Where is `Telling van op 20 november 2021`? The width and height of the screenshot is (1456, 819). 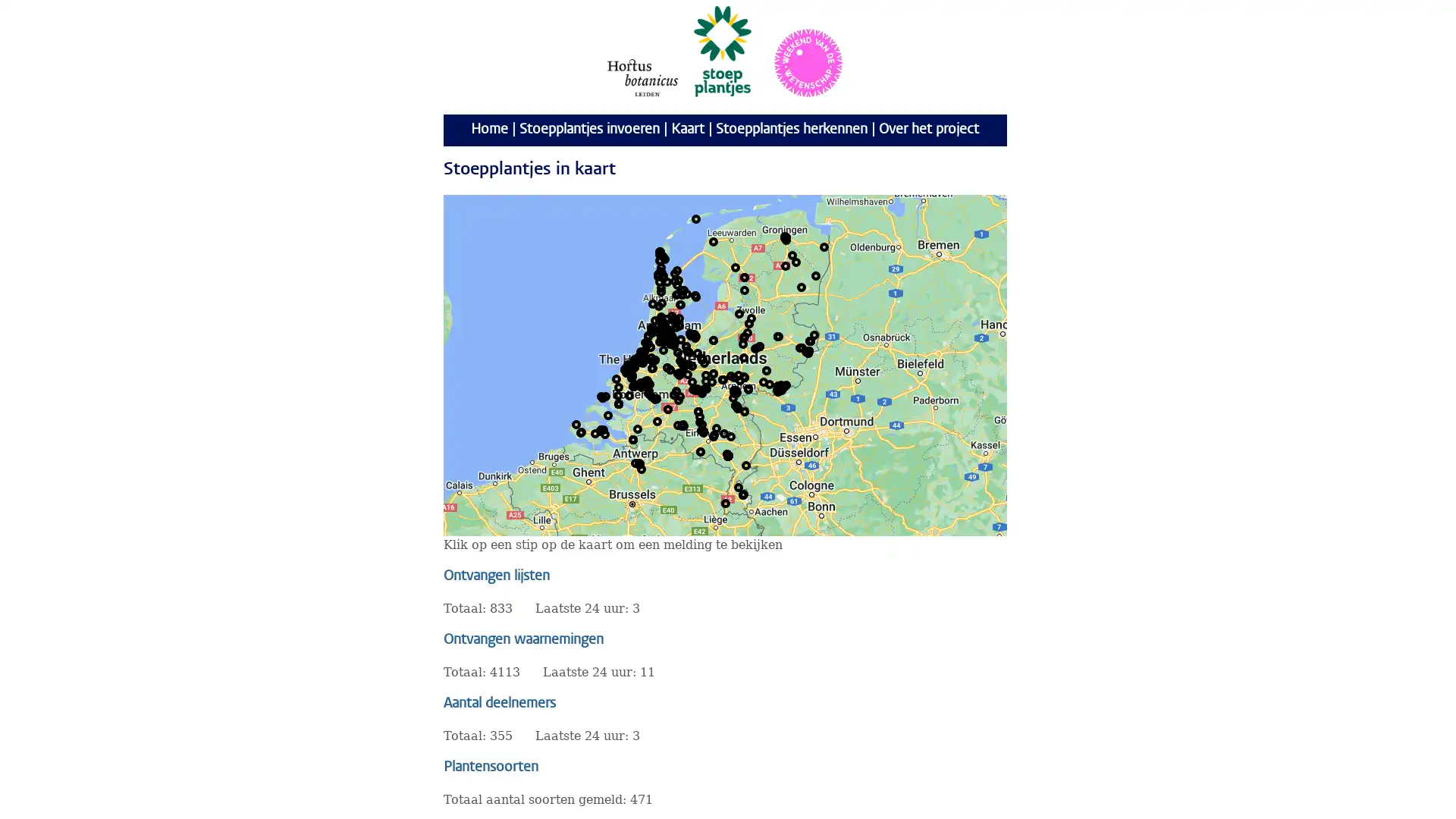
Telling van op 20 november 2021 is located at coordinates (676, 268).